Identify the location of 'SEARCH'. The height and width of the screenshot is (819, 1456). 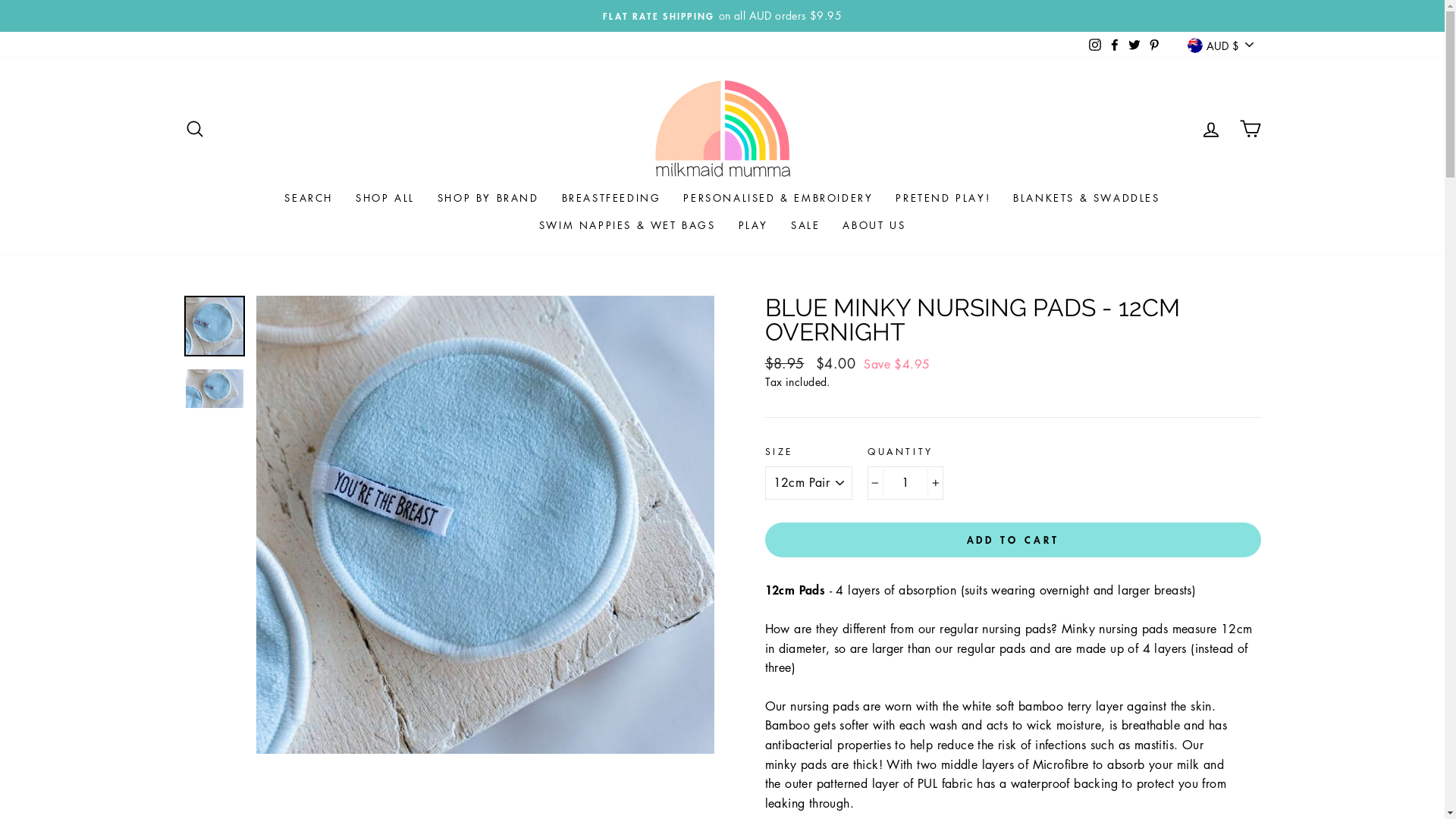
(193, 127).